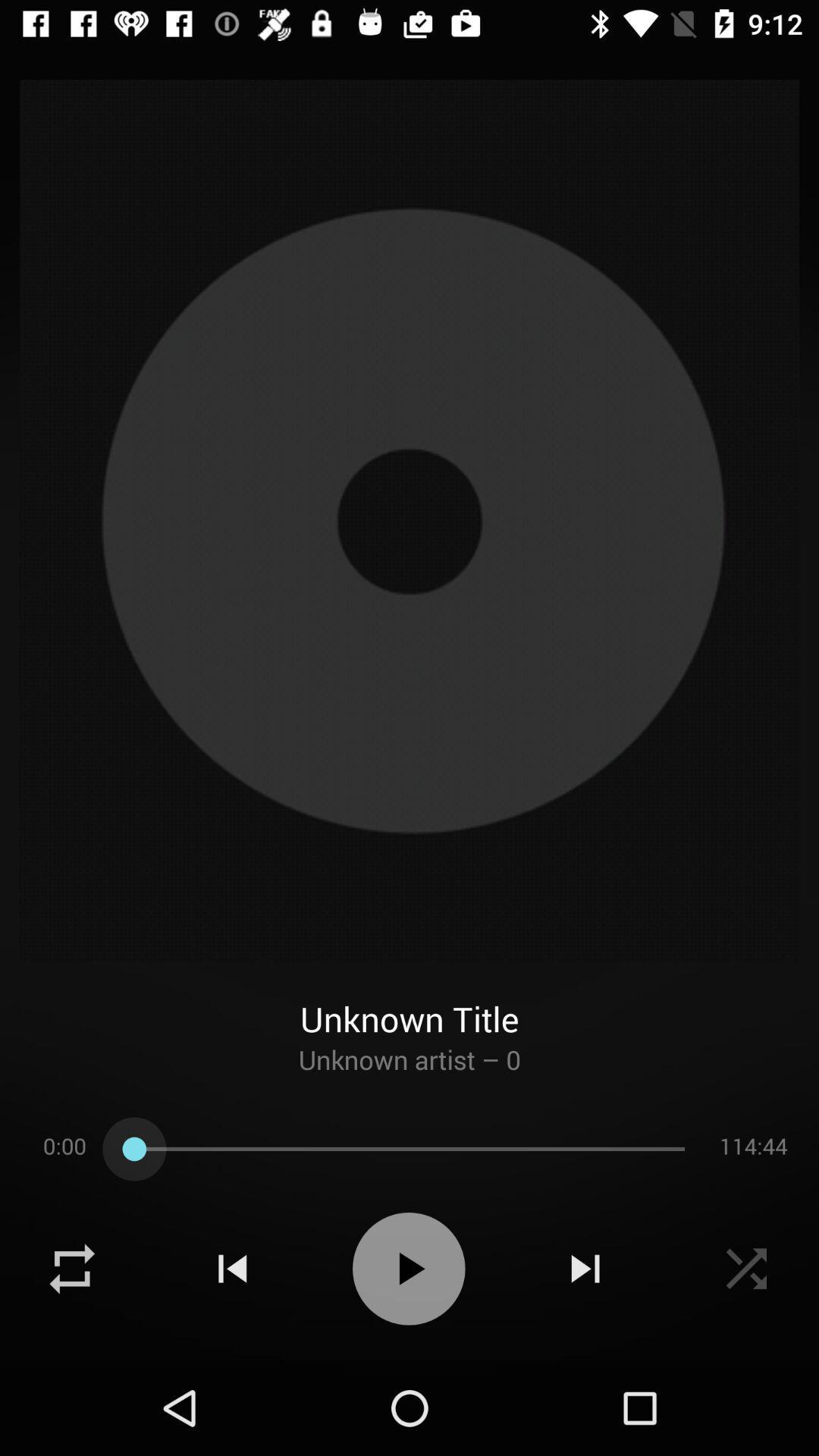 This screenshot has height=1456, width=819. I want to click on the close icon, so click(745, 1269).